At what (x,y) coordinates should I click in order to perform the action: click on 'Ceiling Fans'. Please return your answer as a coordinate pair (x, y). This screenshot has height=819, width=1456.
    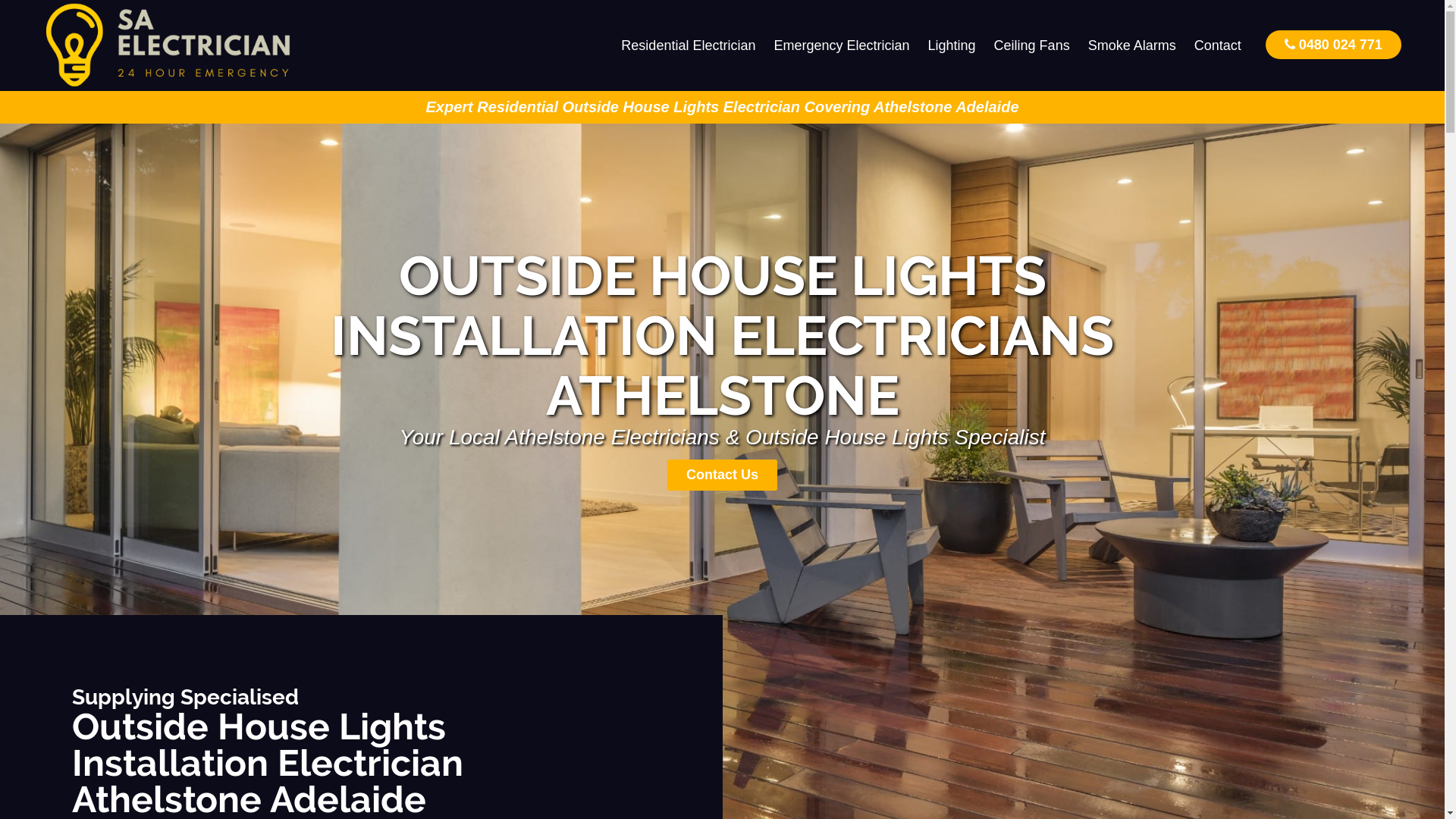
    Looking at the image, I should click on (1031, 45).